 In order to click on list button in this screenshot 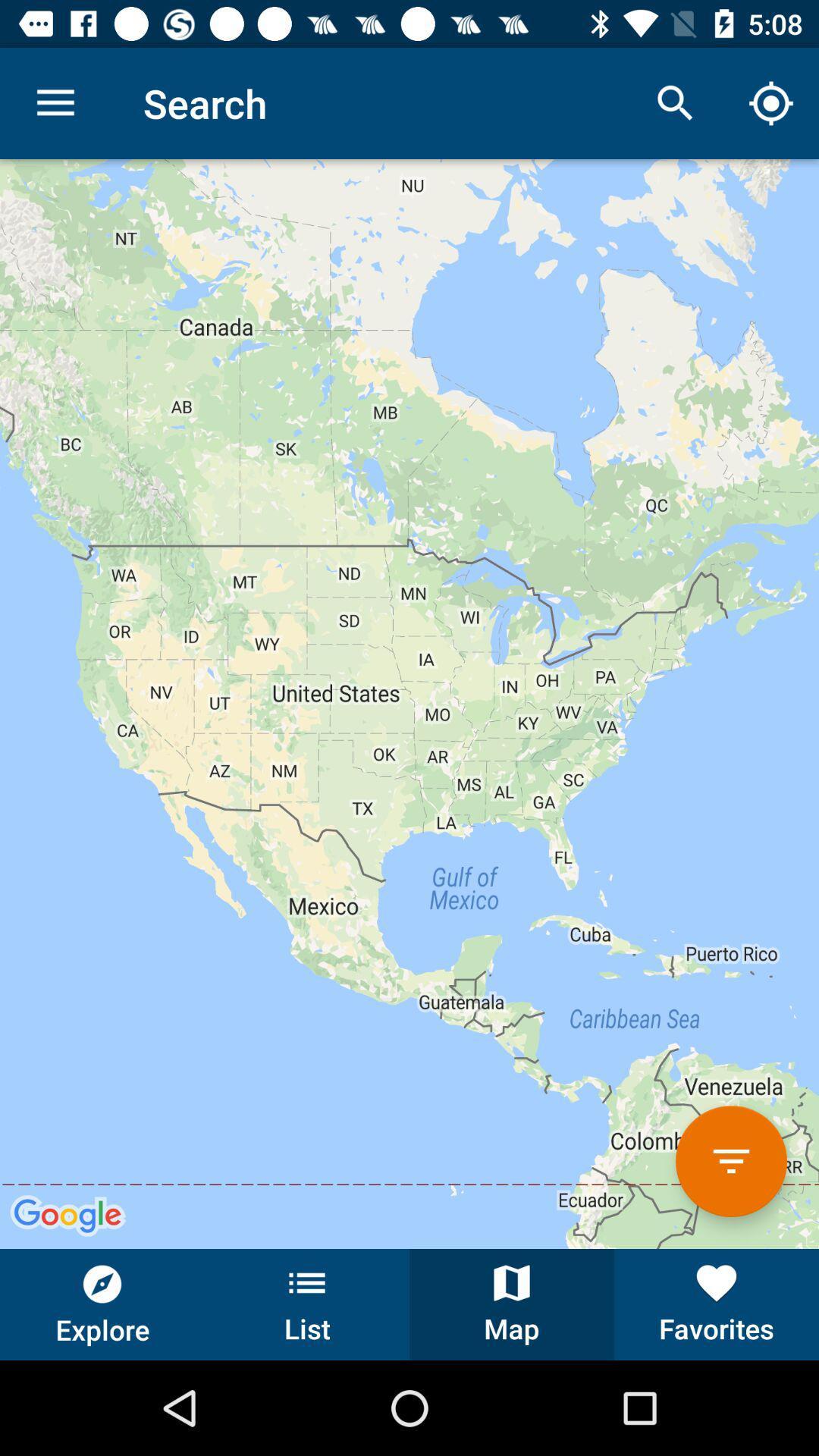, I will do `click(307, 1304)`.